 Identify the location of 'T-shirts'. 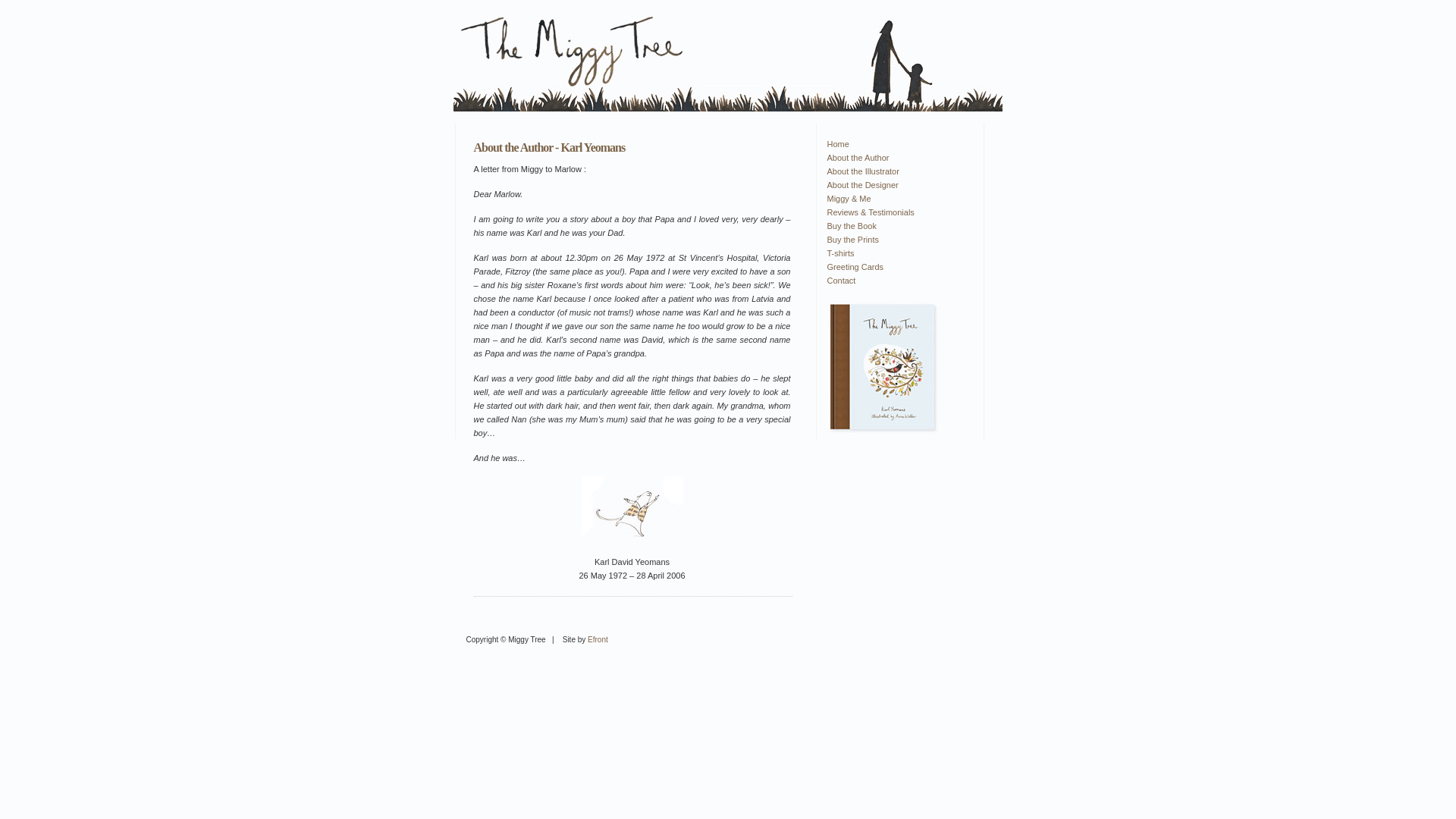
(895, 253).